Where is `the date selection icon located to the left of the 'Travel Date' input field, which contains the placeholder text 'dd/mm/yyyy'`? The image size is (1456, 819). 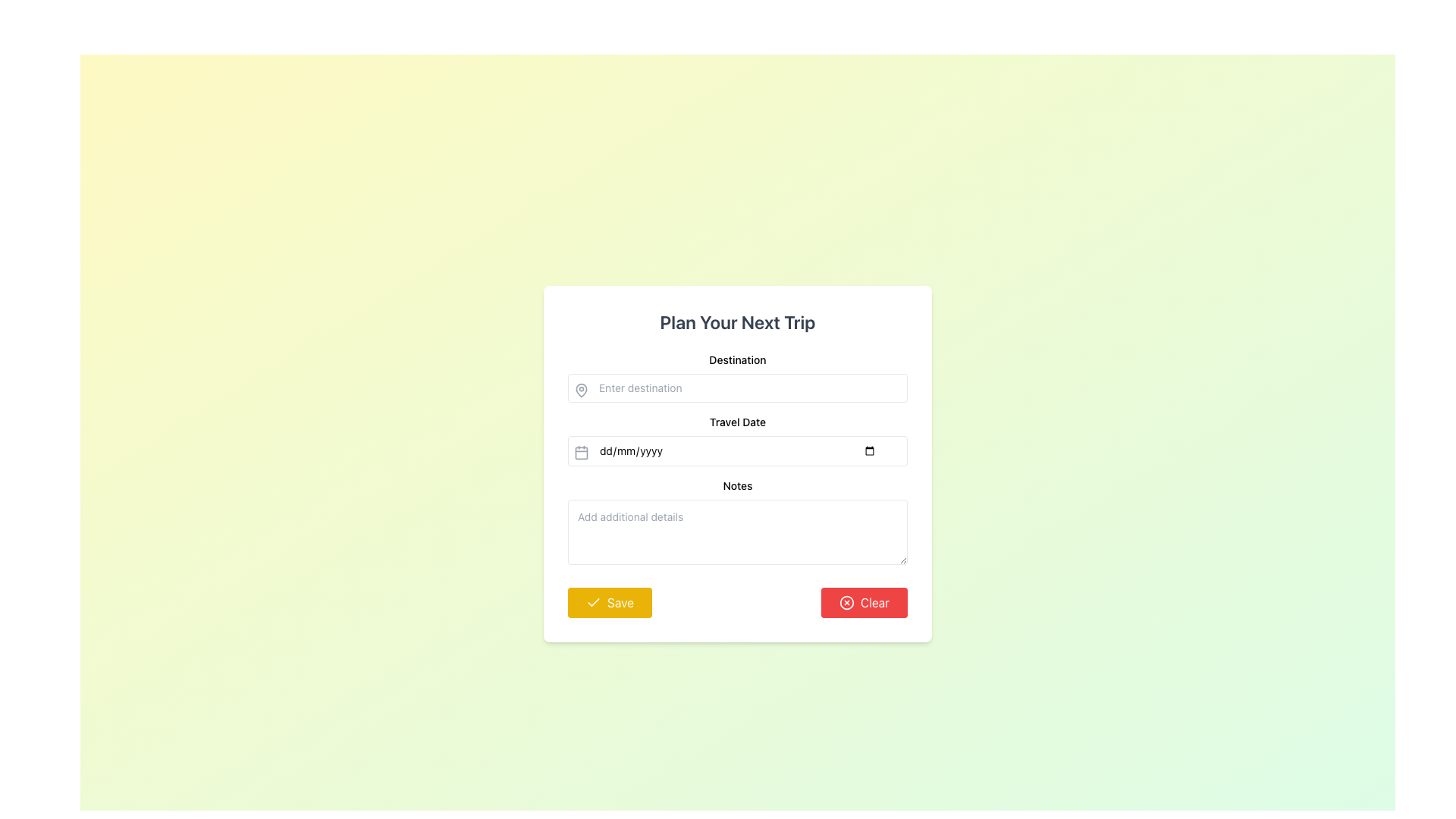 the date selection icon located to the left of the 'Travel Date' input field, which contains the placeholder text 'dd/mm/yyyy' is located at coordinates (581, 452).